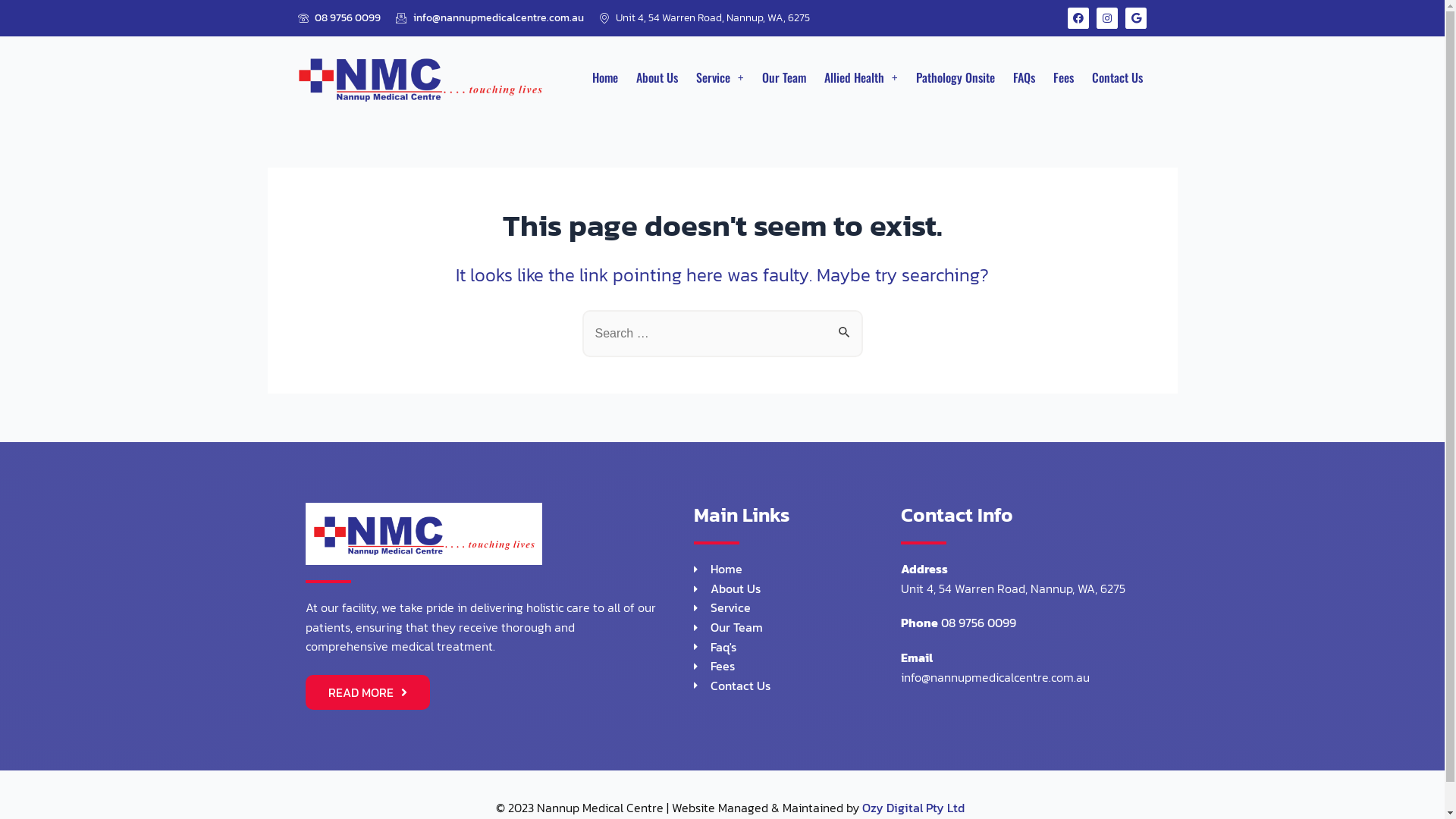 This screenshot has height=819, width=1456. What do you see at coordinates (490, 17) in the screenshot?
I see `'info@nannupmedicalcentre.com.au'` at bounding box center [490, 17].